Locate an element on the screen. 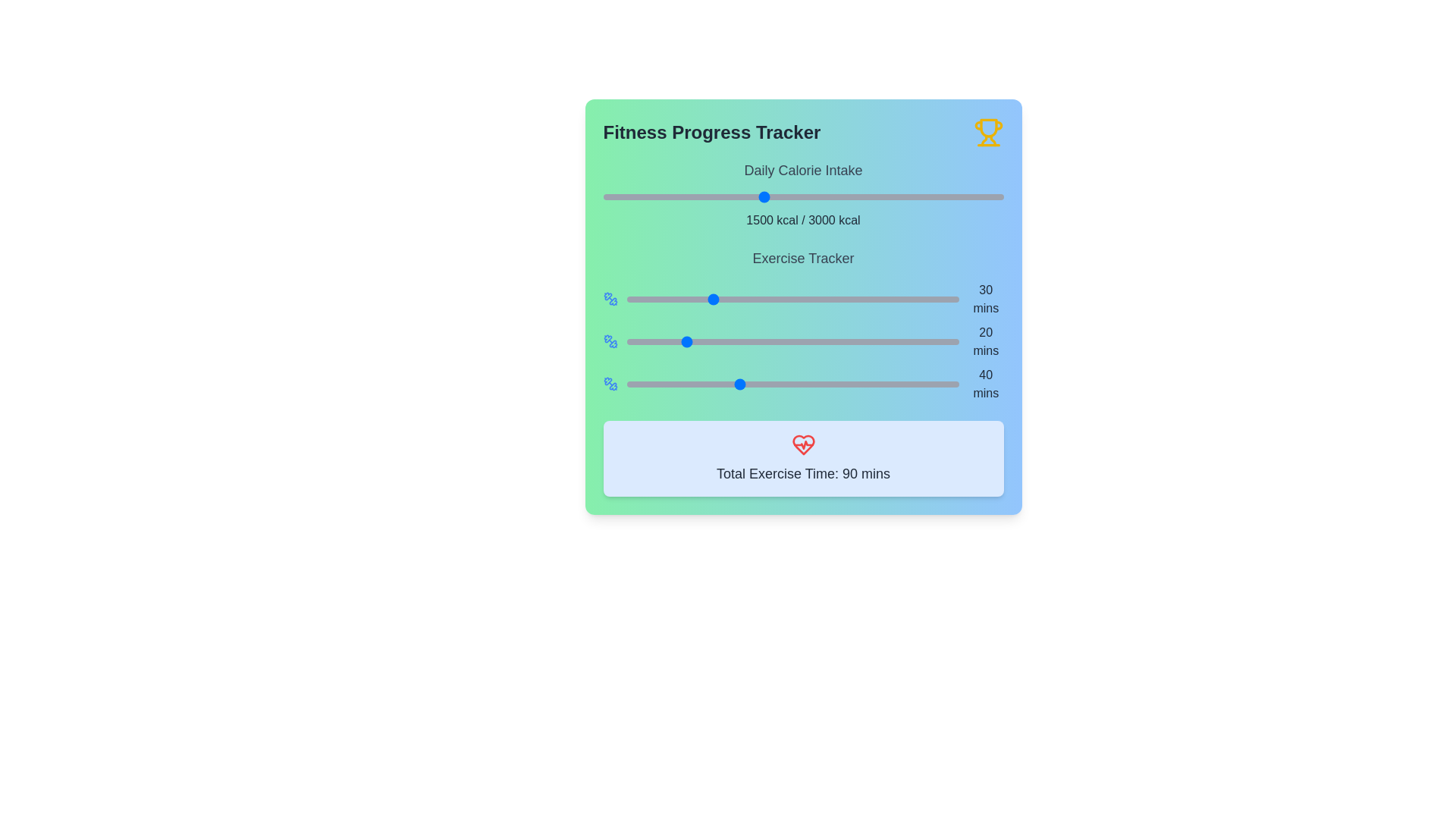 The height and width of the screenshot is (819, 1456). the exercise duration is located at coordinates (884, 383).